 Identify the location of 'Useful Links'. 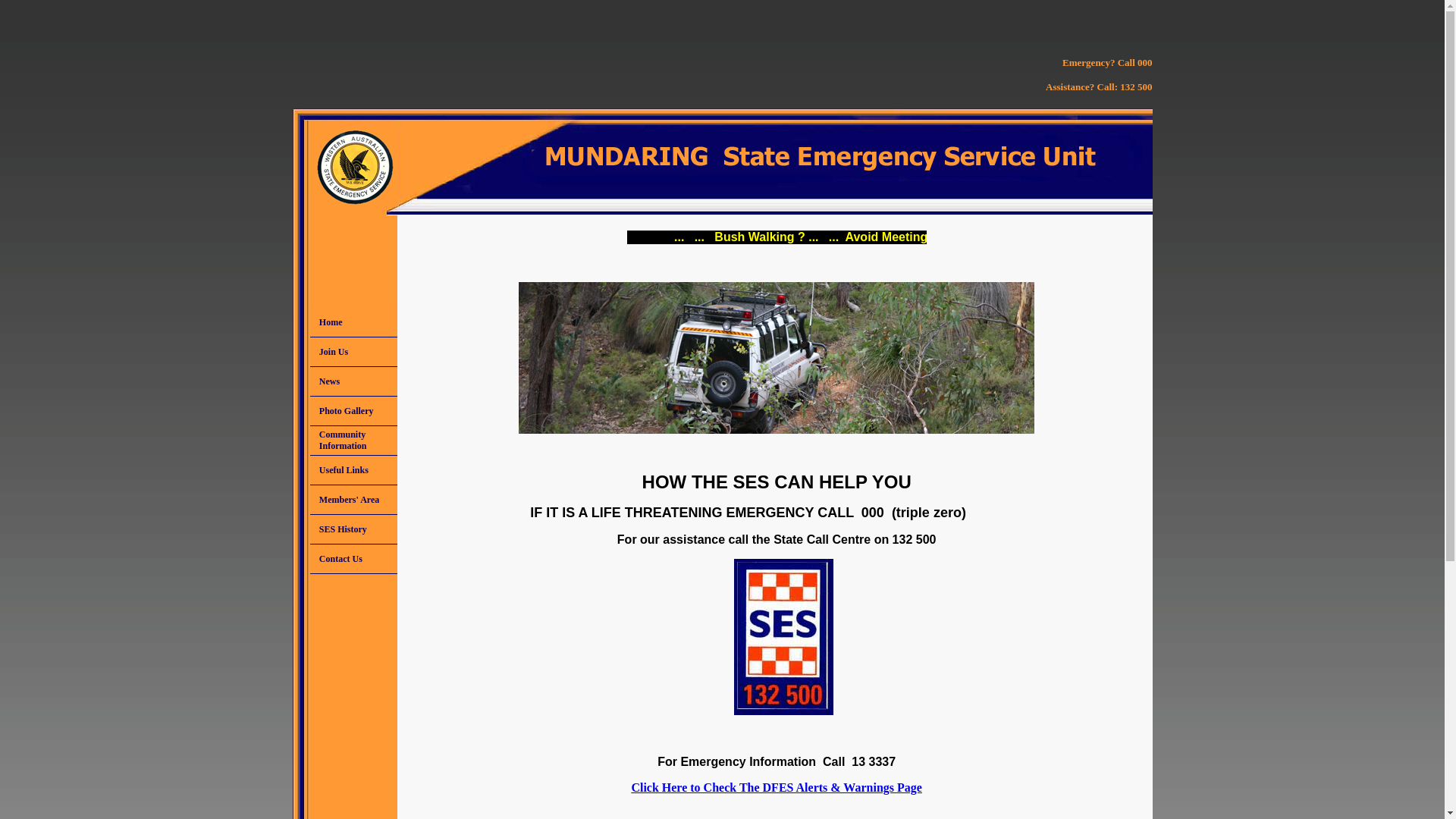
(353, 469).